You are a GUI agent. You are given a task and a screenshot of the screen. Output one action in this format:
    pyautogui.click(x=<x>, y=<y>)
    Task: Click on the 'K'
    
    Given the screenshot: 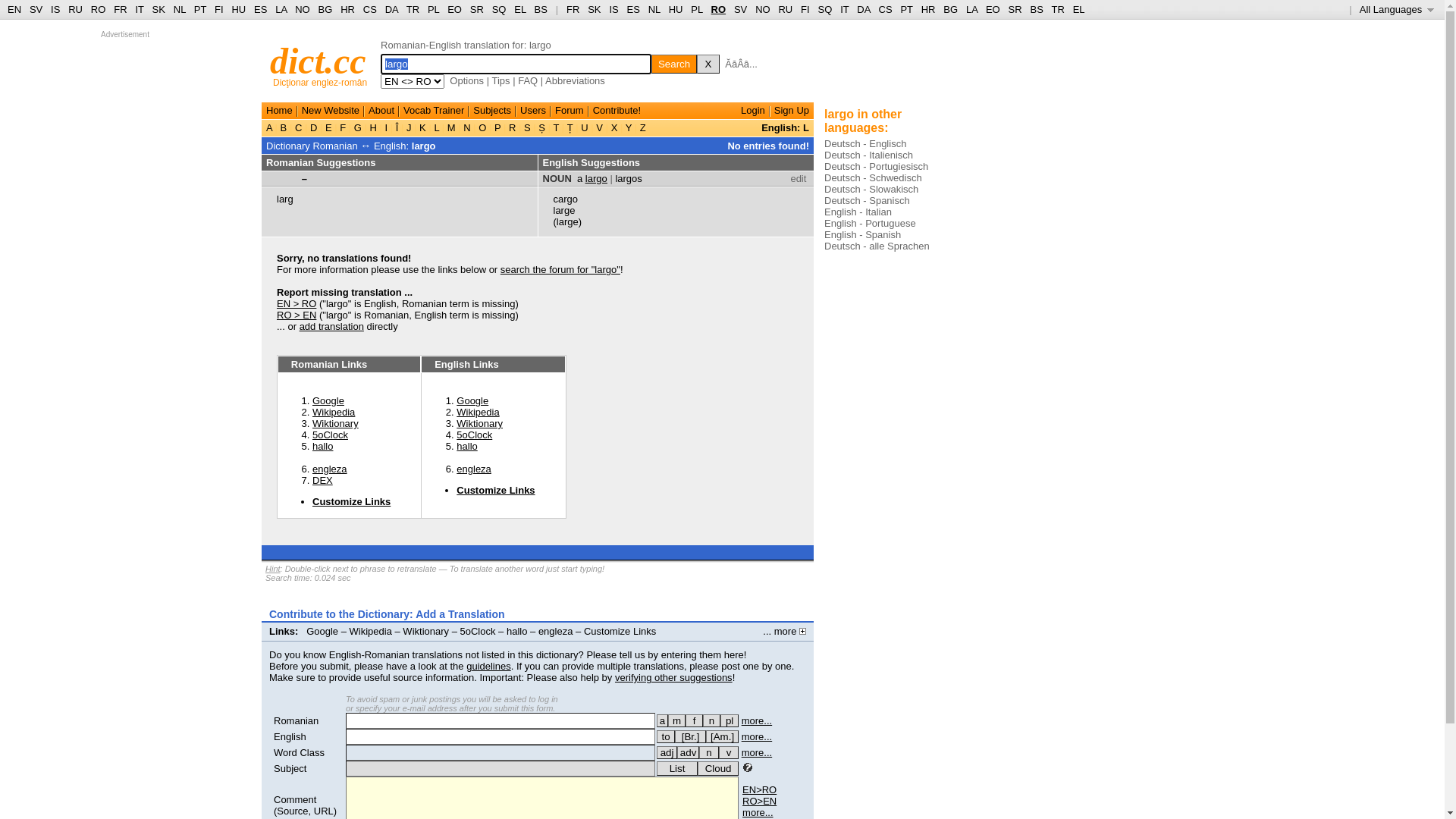 What is the action you would take?
    pyautogui.click(x=422, y=127)
    